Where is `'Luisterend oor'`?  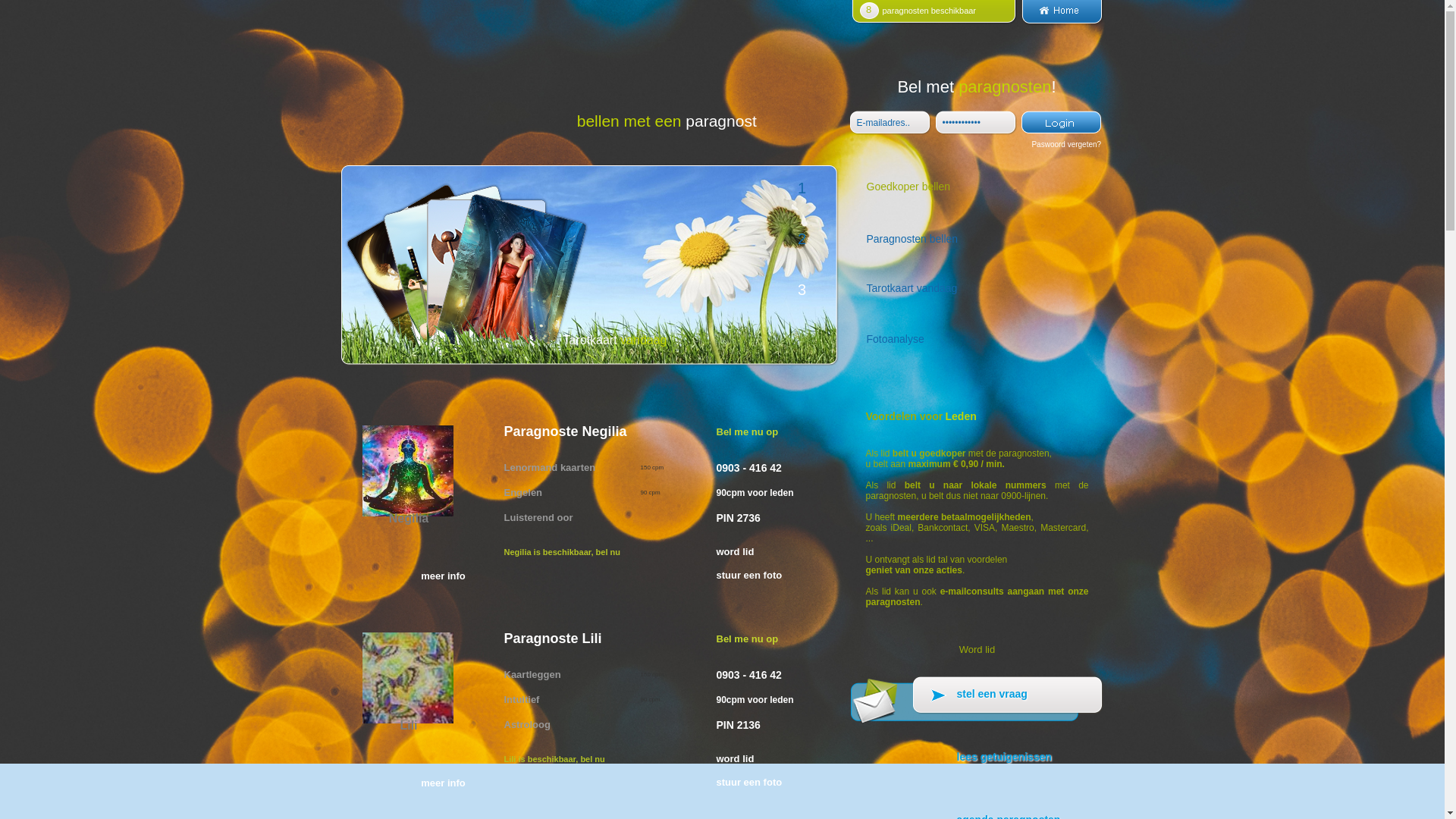 'Luisterend oor' is located at coordinates (538, 516).